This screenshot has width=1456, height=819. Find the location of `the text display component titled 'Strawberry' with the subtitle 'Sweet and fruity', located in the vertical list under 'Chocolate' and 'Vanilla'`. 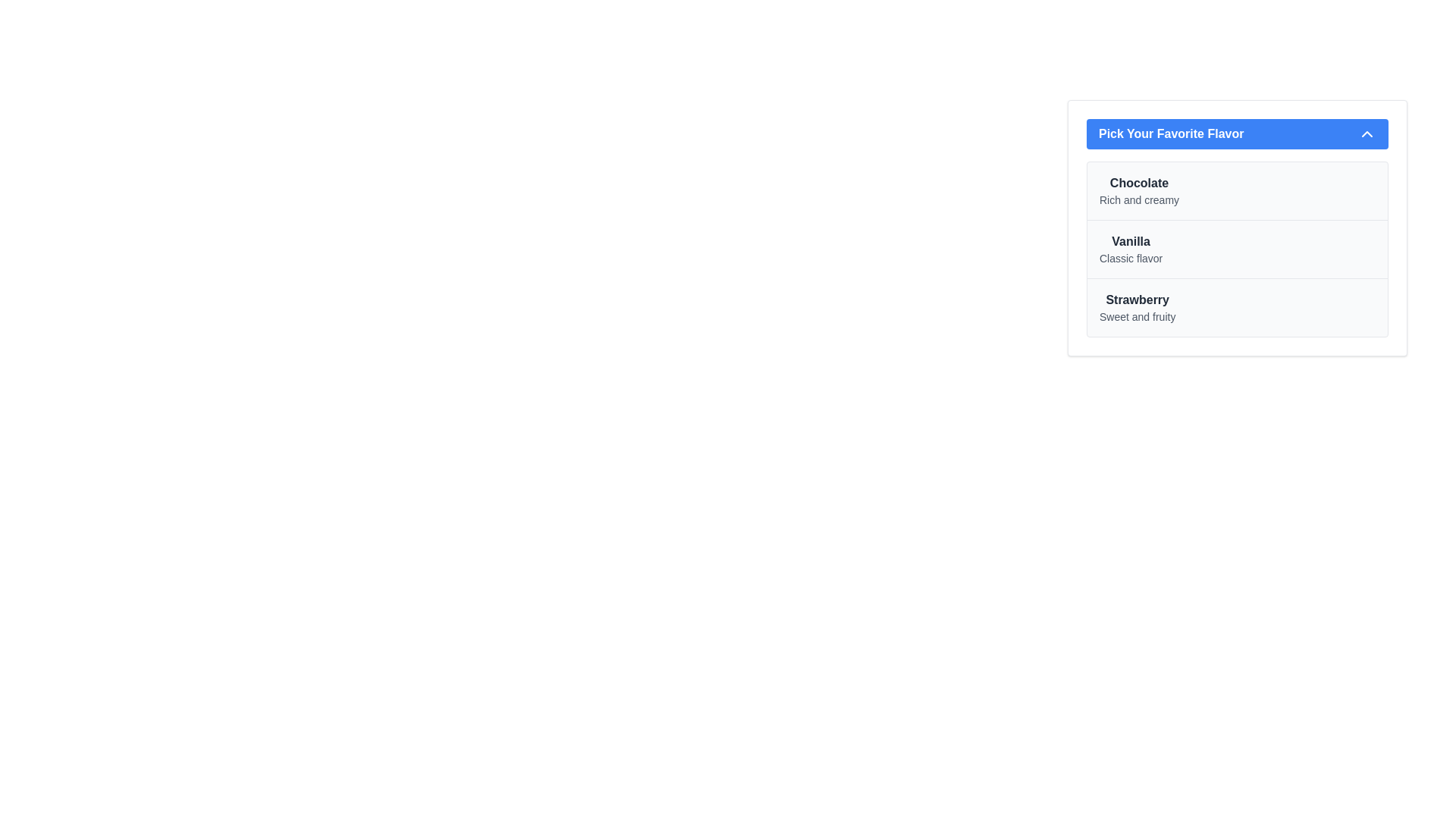

the text display component titled 'Strawberry' with the subtitle 'Sweet and fruity', located in the vertical list under 'Chocolate' and 'Vanilla' is located at coordinates (1137, 307).